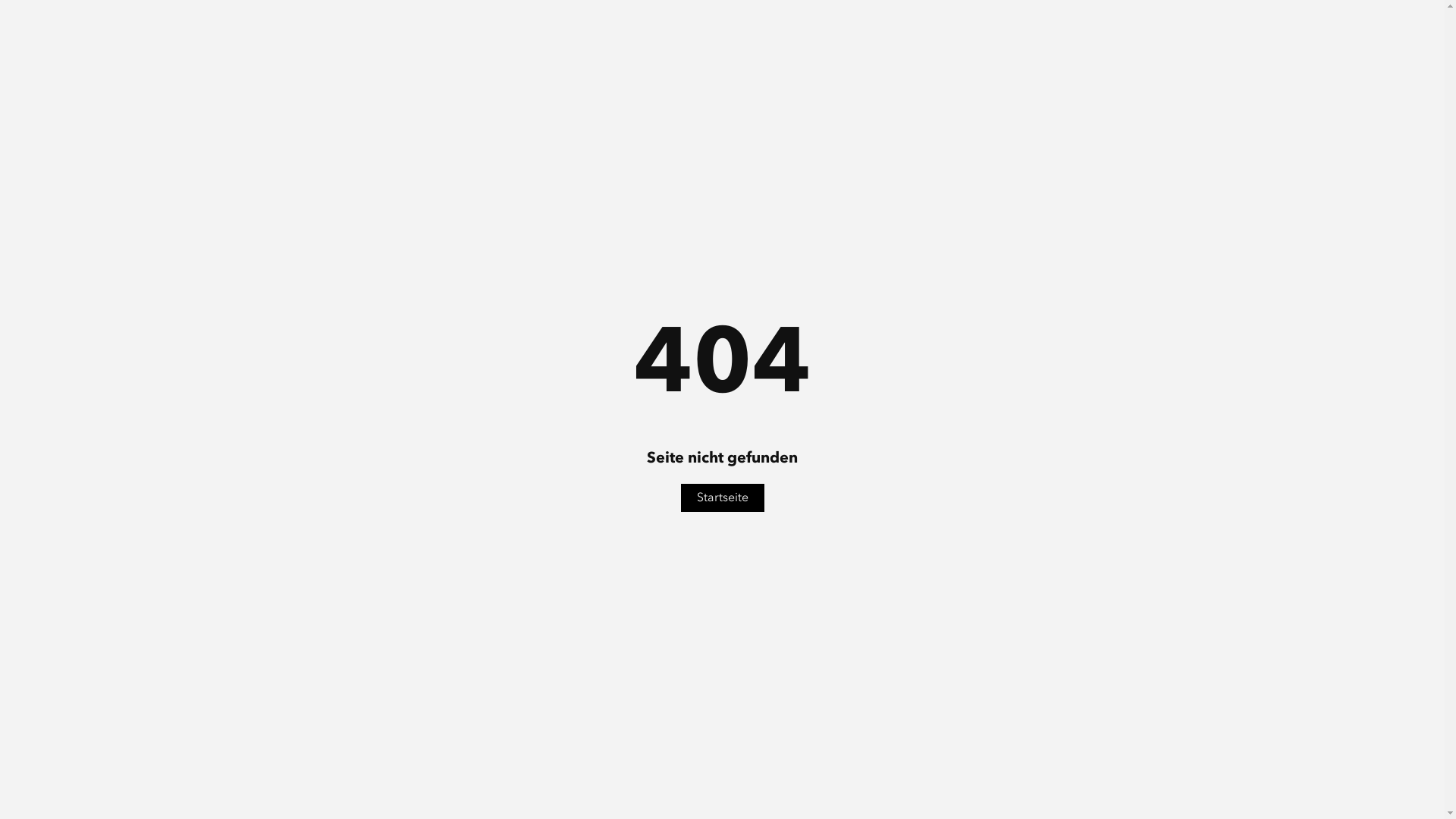 This screenshot has height=819, width=1456. Describe the element at coordinates (722, 497) in the screenshot. I see `'Startseite'` at that location.